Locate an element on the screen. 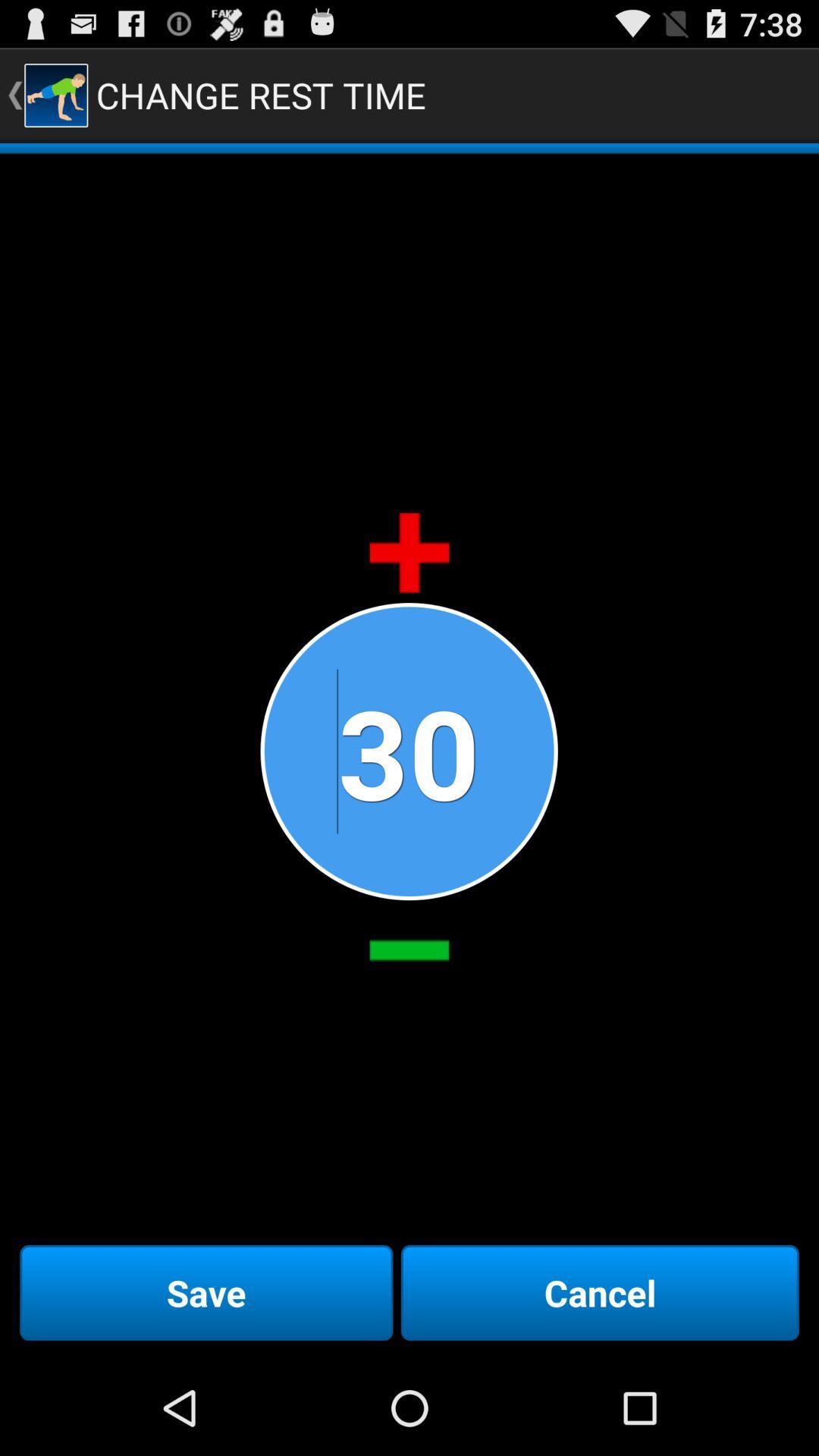  the minus icon is located at coordinates (409, 1017).